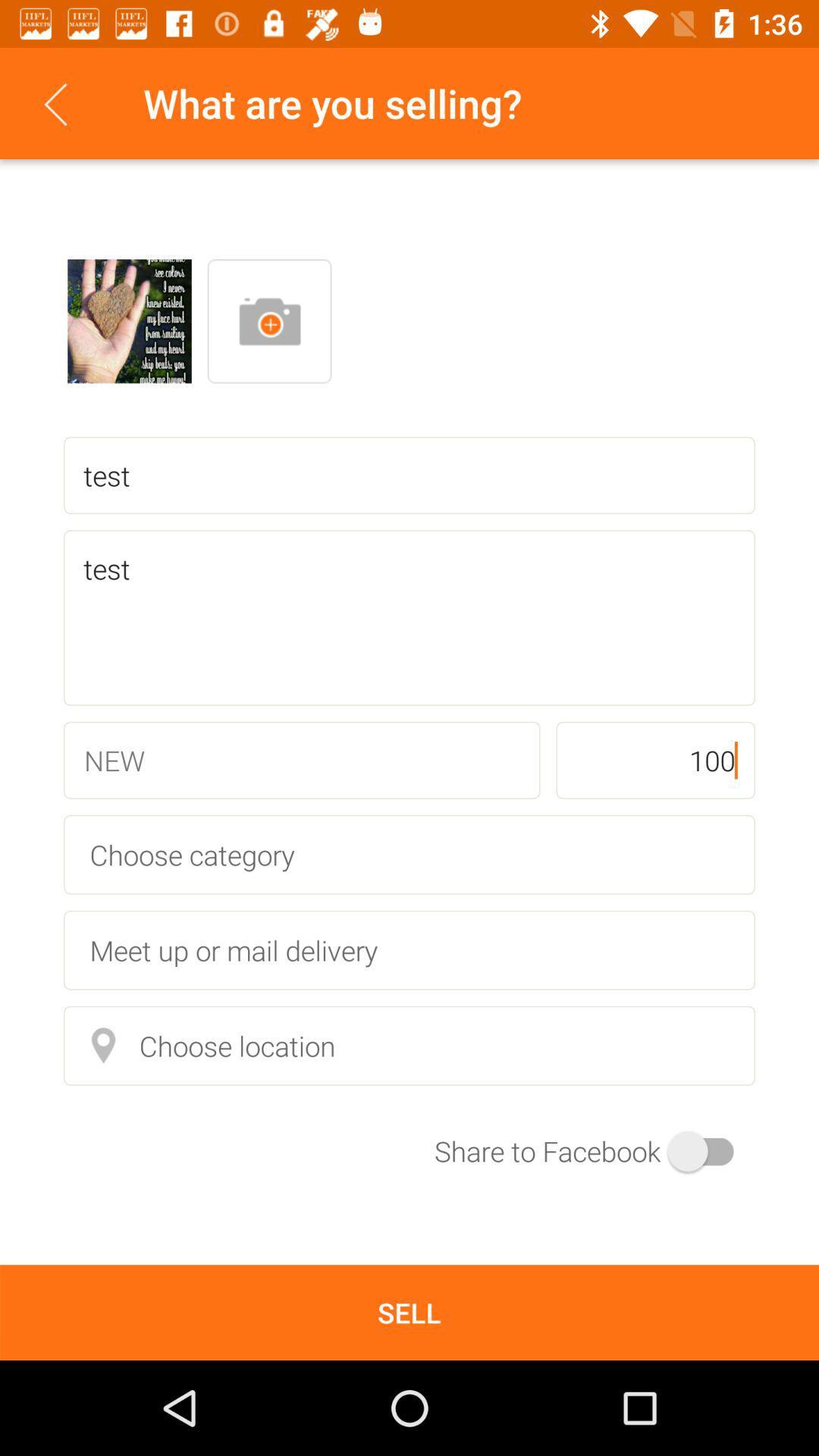  What do you see at coordinates (409, 1045) in the screenshot?
I see `icon above the share to facebook icon` at bounding box center [409, 1045].